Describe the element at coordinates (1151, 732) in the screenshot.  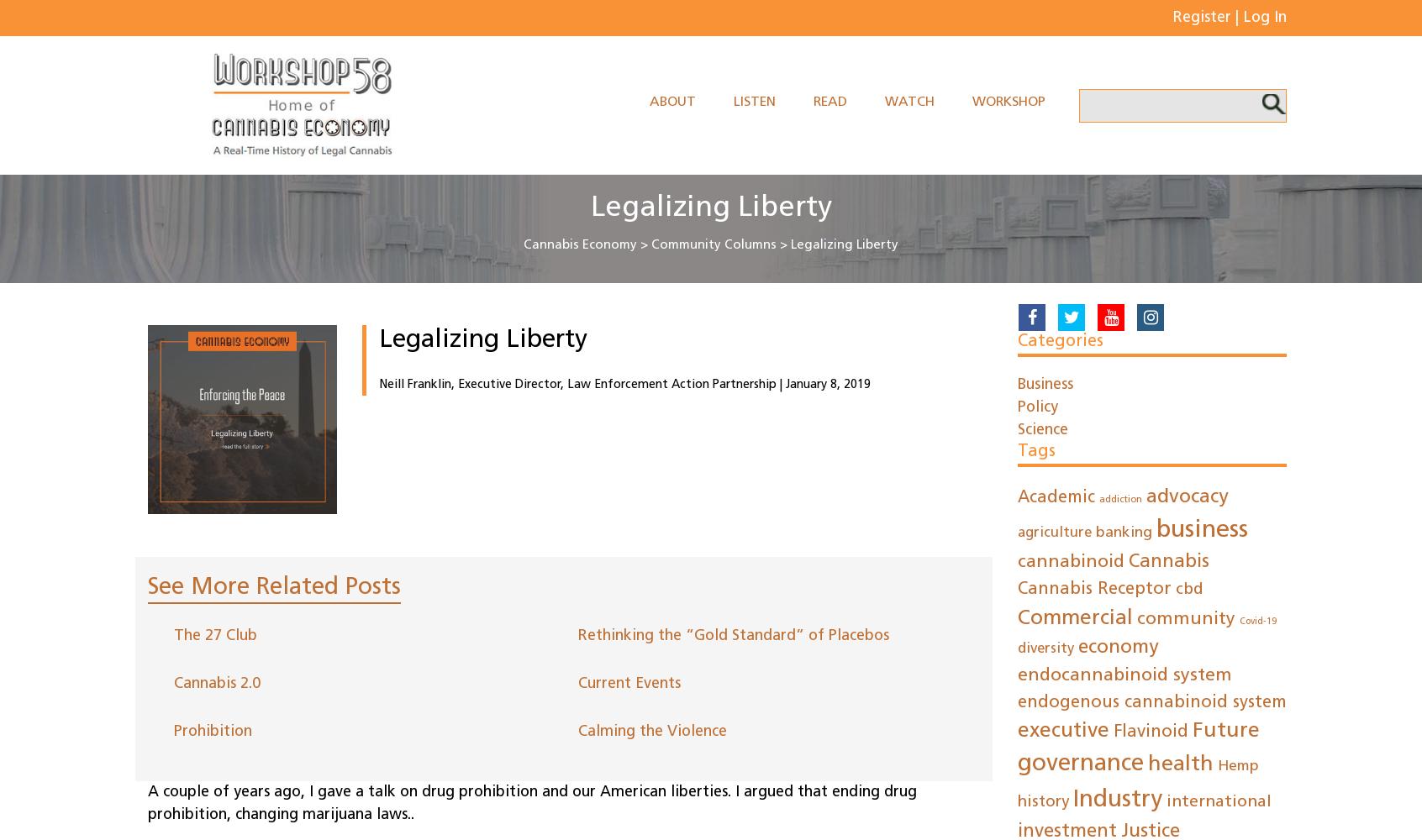
I see `'Flavinoid'` at that location.